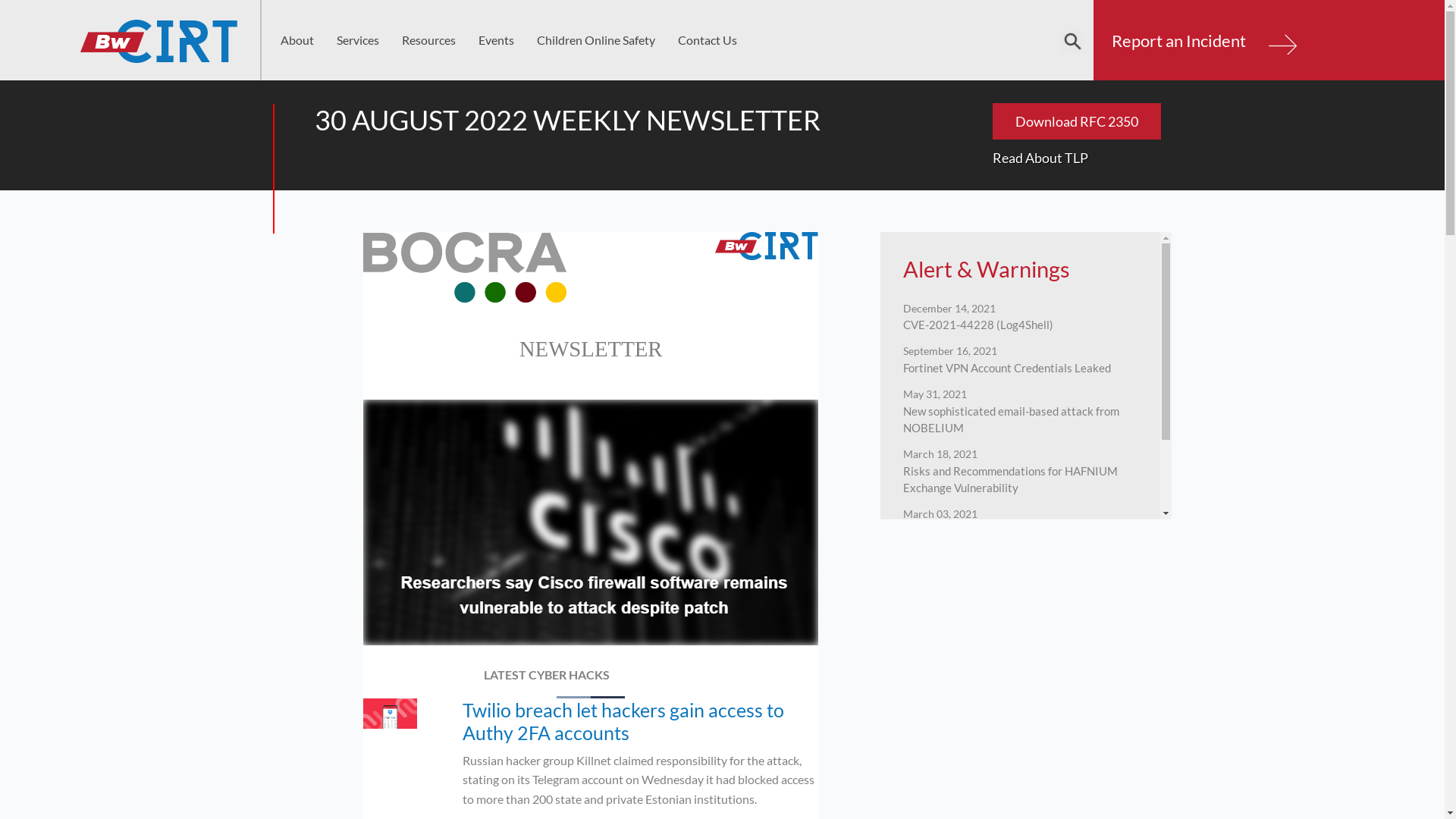 The image size is (1456, 819). I want to click on 'About', so click(297, 39).